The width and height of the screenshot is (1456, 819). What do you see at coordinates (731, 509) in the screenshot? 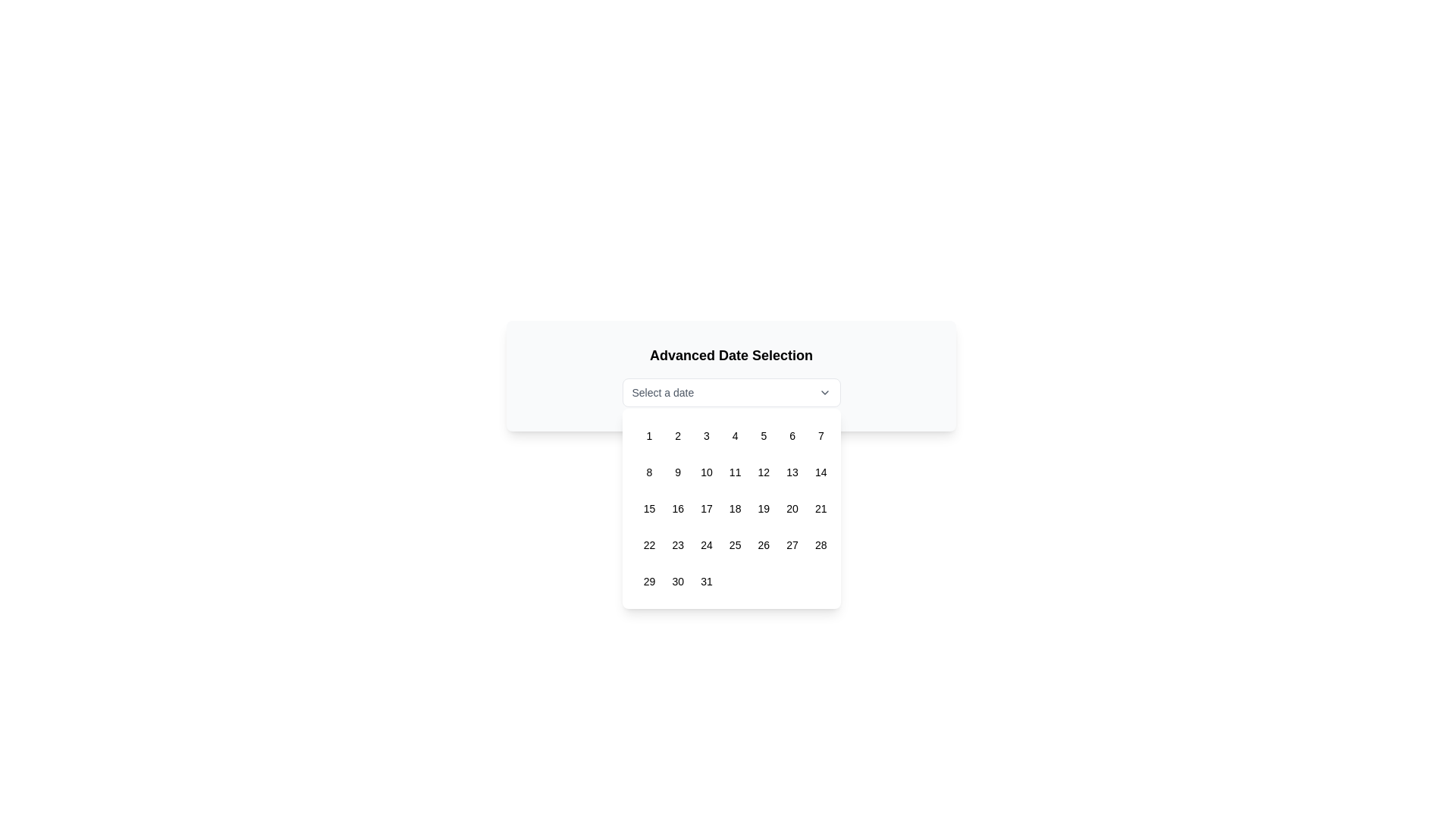
I see `an individual day cell in the Grid-style calendar component located beneath the 'Select a date' dropdown button` at bounding box center [731, 509].